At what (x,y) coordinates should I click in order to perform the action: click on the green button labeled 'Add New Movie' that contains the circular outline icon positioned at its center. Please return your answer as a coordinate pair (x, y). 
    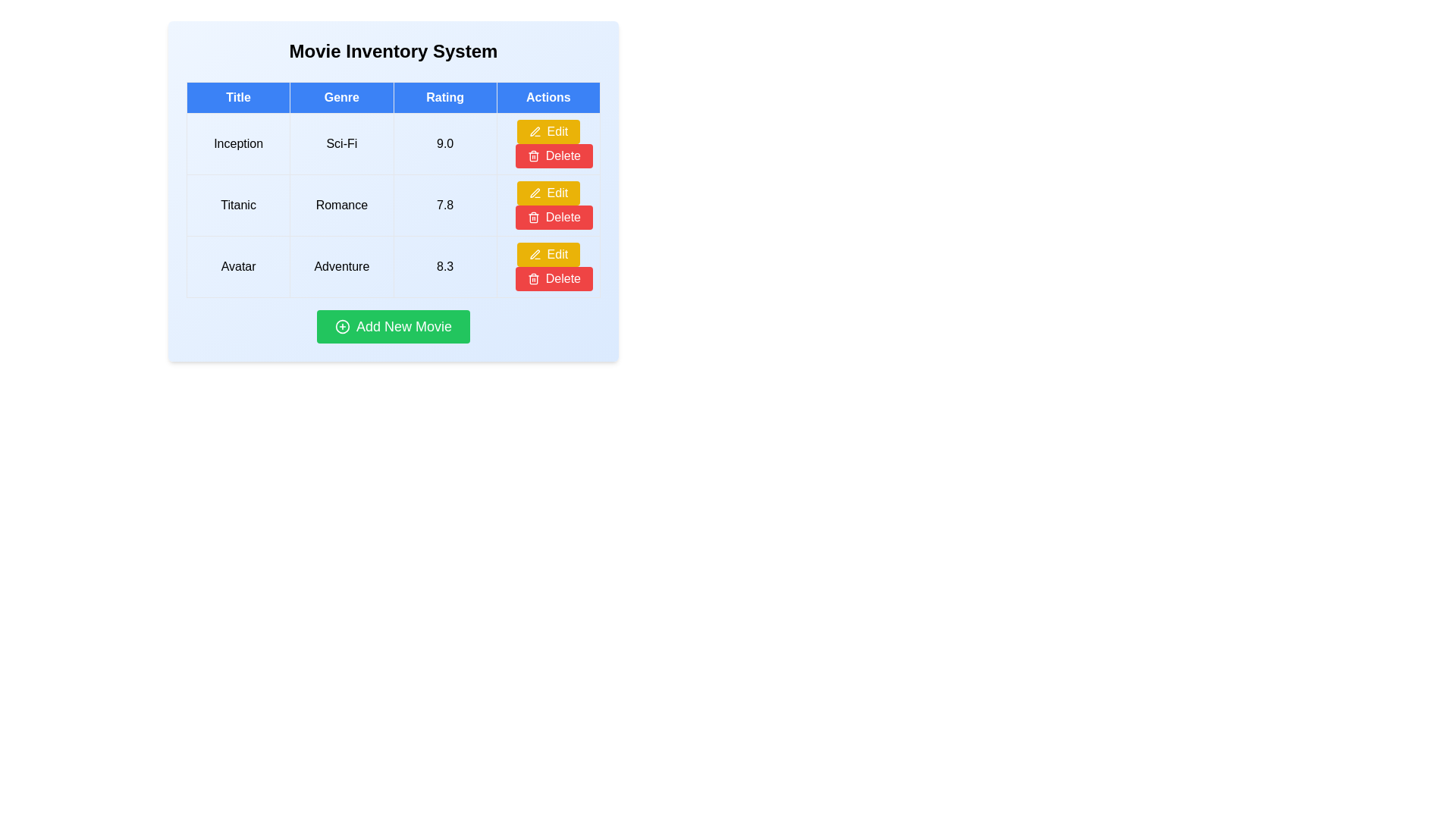
    Looking at the image, I should click on (341, 326).